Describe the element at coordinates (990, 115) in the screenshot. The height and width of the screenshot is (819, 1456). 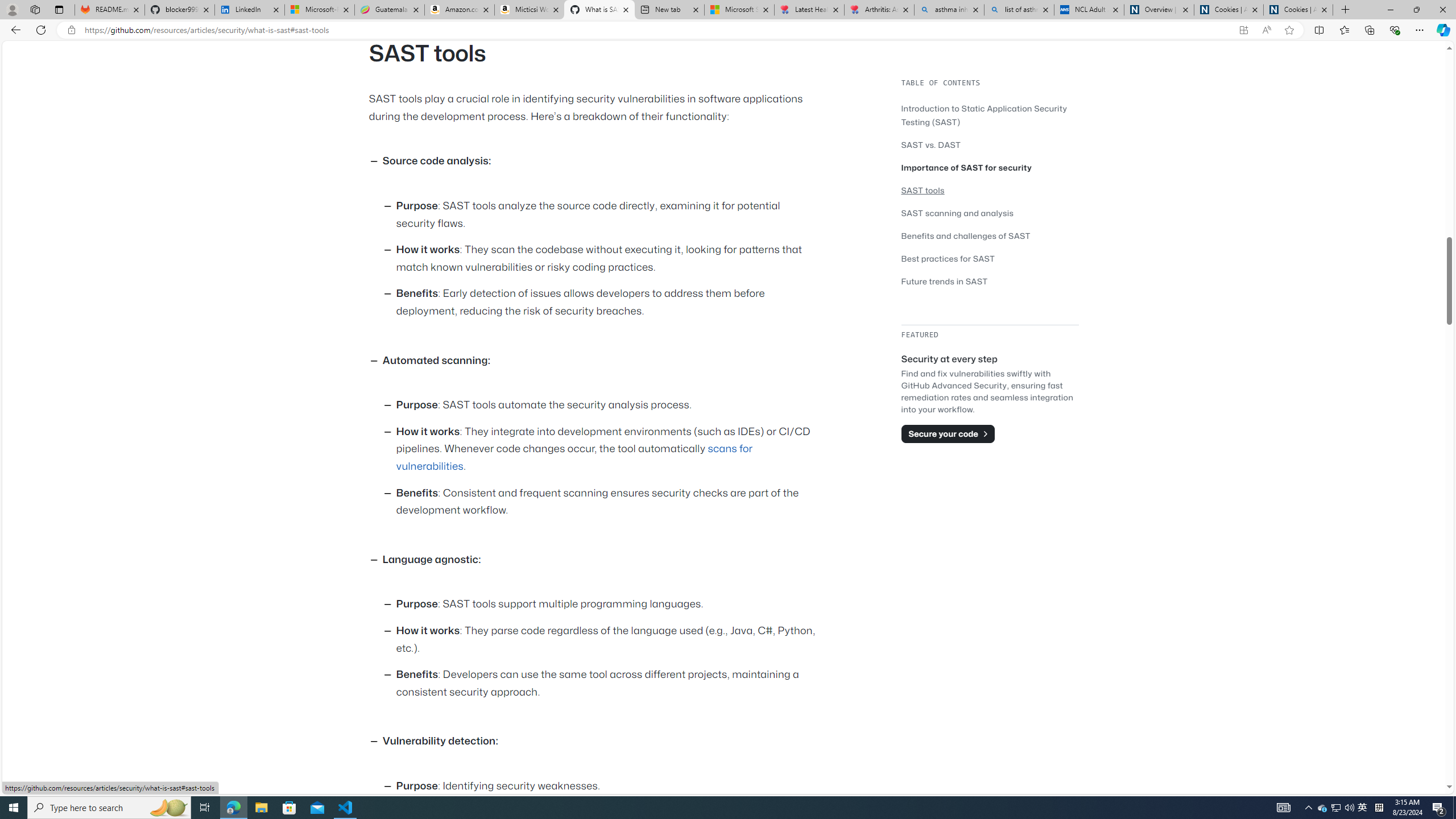
I see `'Introduction to Static Application Security Testing (SAST)'` at that location.